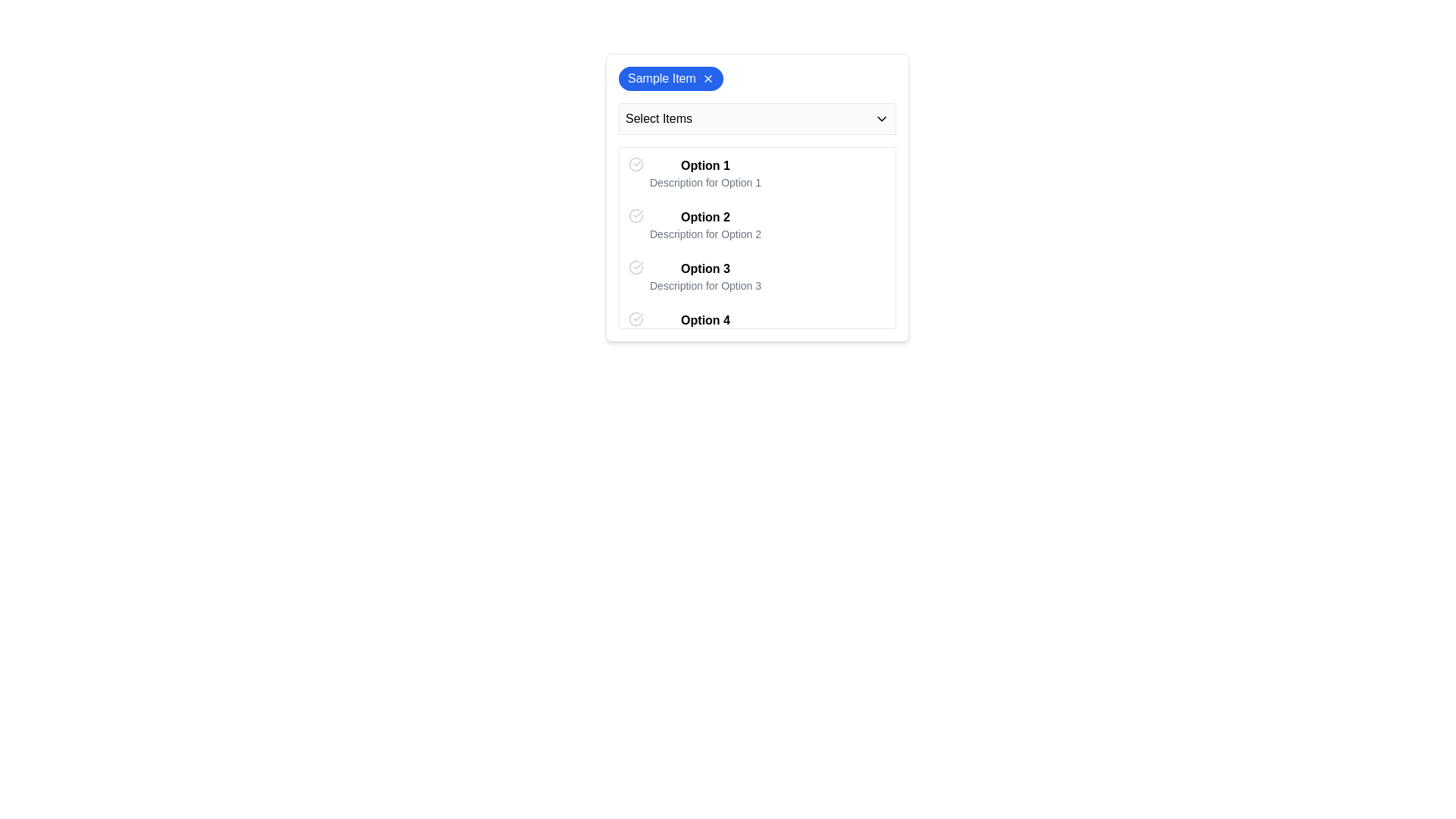  What do you see at coordinates (757, 277) in the screenshot?
I see `the interactive list item labeled 'Option 3'` at bounding box center [757, 277].